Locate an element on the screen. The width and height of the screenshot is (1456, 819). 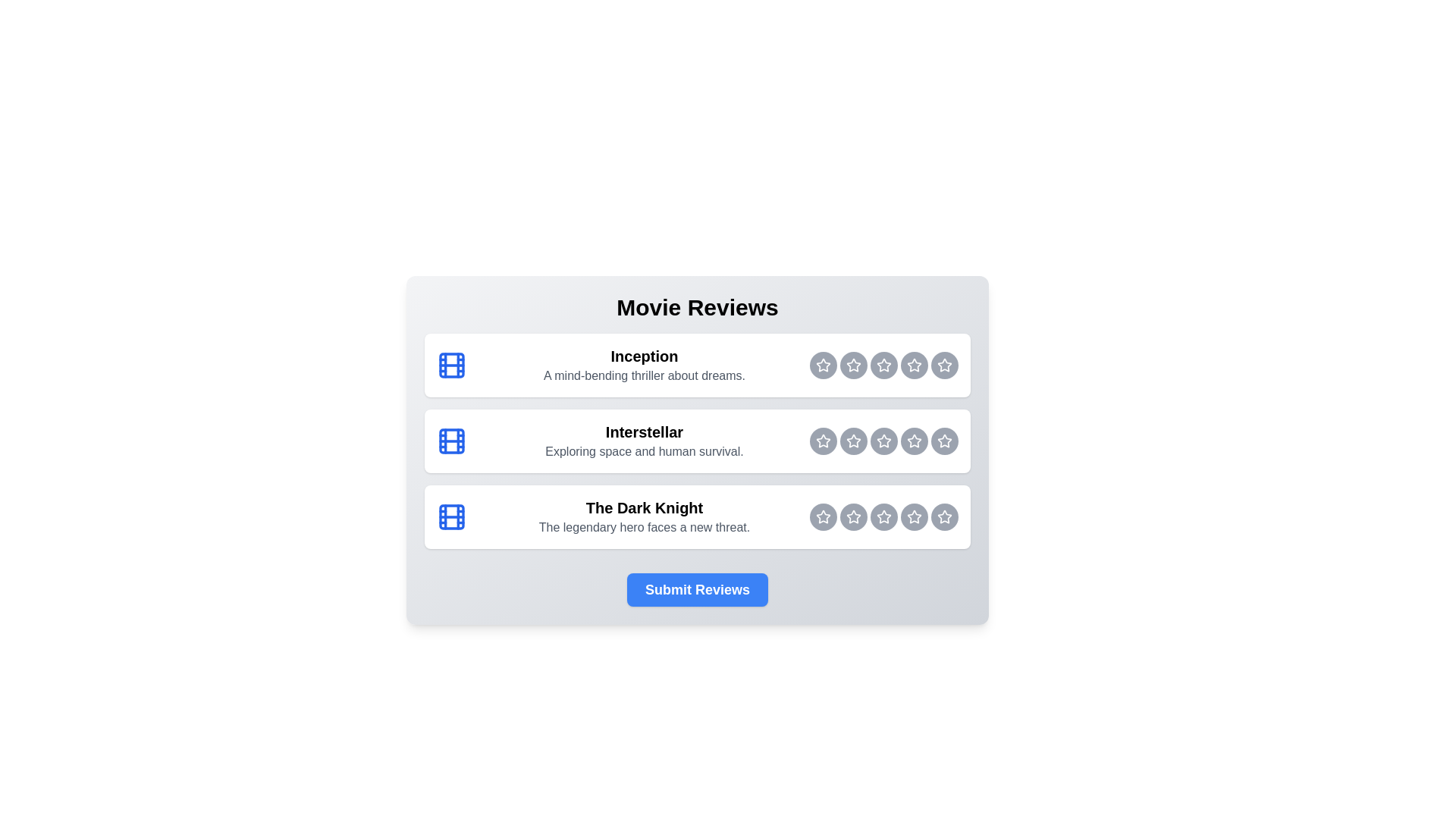
the rating button for The Dark Knight at 1 stars is located at coordinates (822, 516).